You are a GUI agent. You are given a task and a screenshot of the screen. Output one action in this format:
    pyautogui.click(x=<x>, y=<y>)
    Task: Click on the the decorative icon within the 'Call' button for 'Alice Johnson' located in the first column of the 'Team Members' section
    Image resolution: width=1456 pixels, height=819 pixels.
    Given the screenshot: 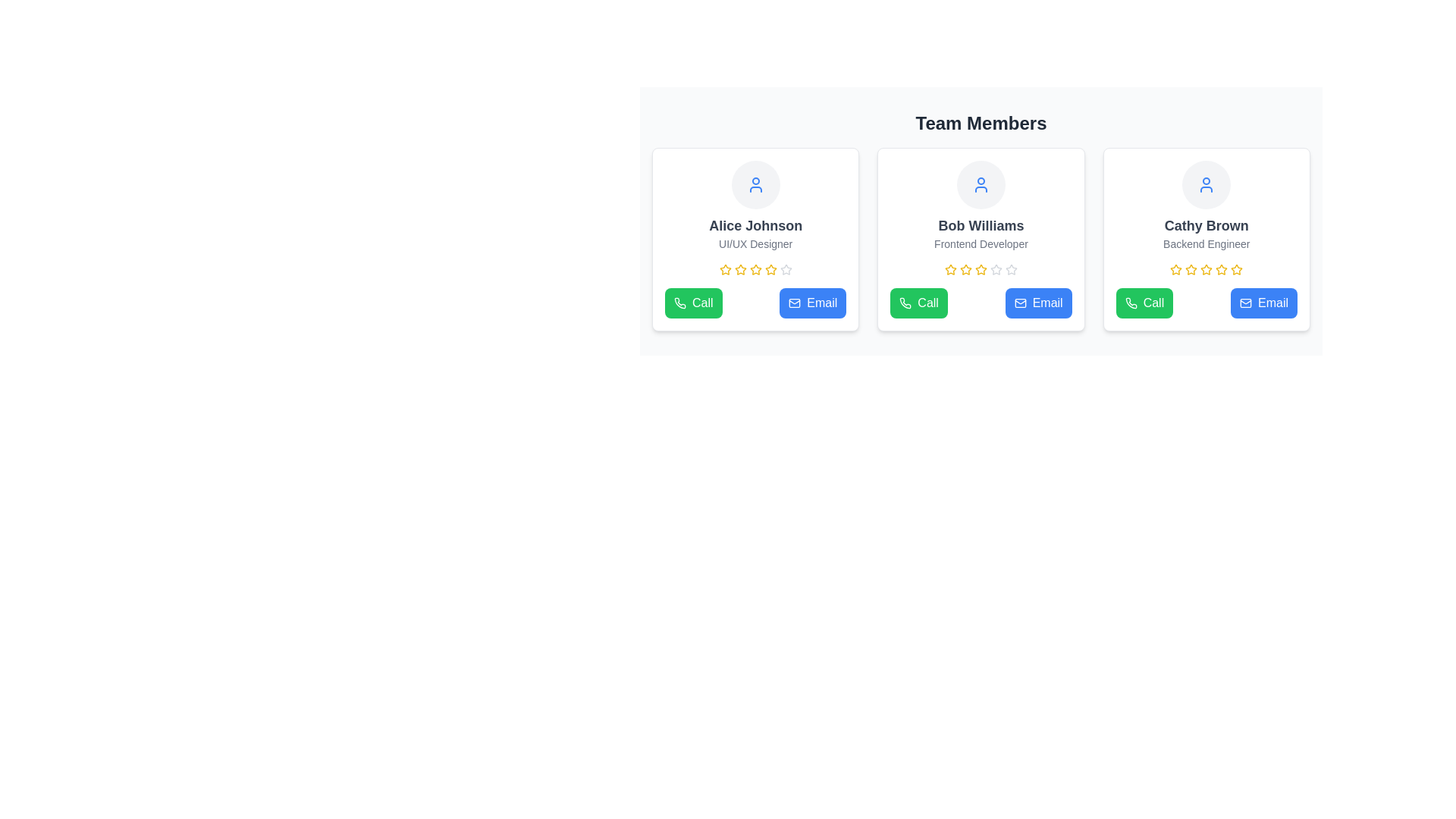 What is the action you would take?
    pyautogui.click(x=679, y=303)
    